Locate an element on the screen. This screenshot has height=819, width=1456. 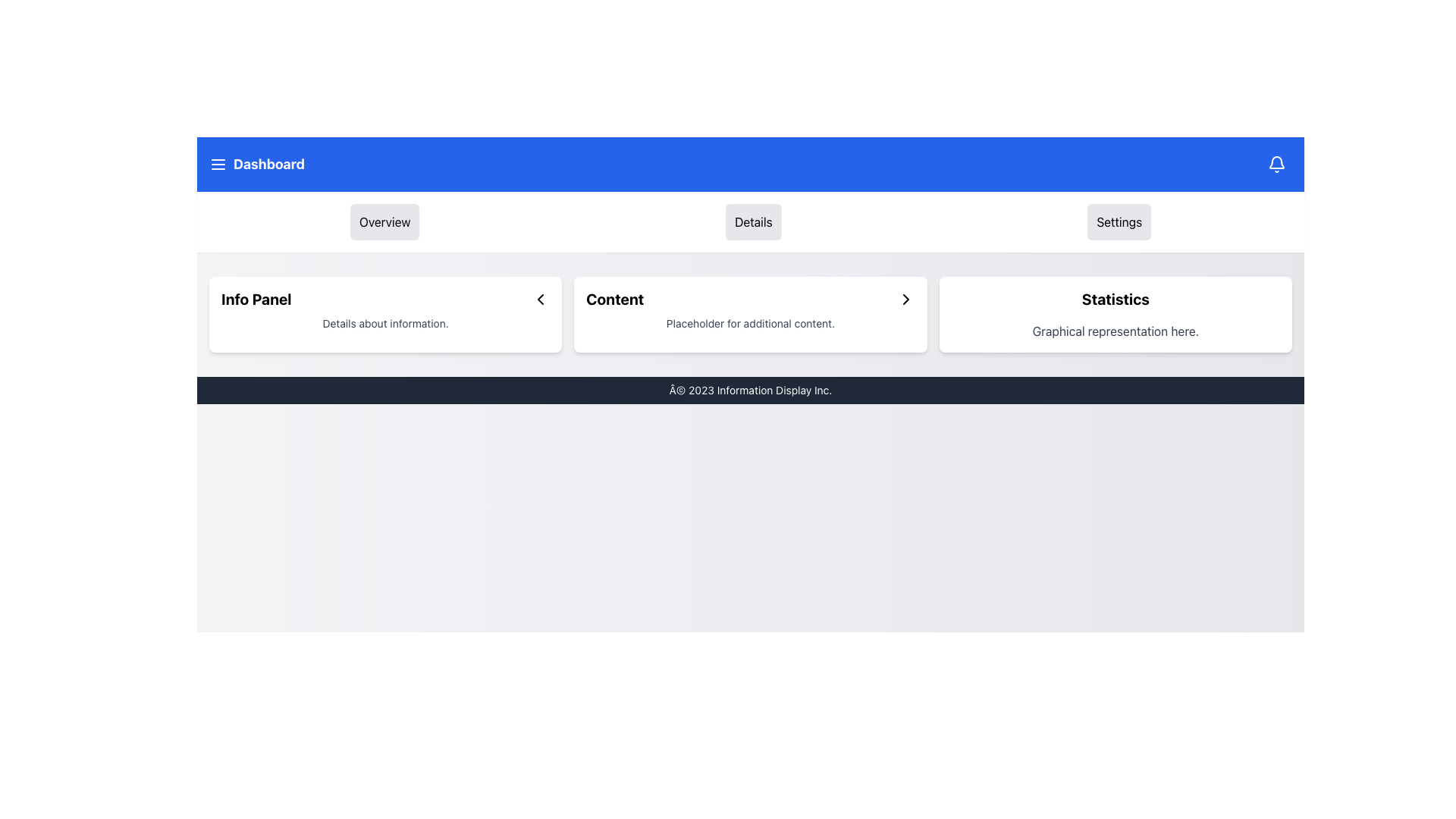
the menu icon, which is represented by three horizontal lines in a white design against a blue background, located to the left of the 'Dashboard' text is located at coordinates (218, 164).